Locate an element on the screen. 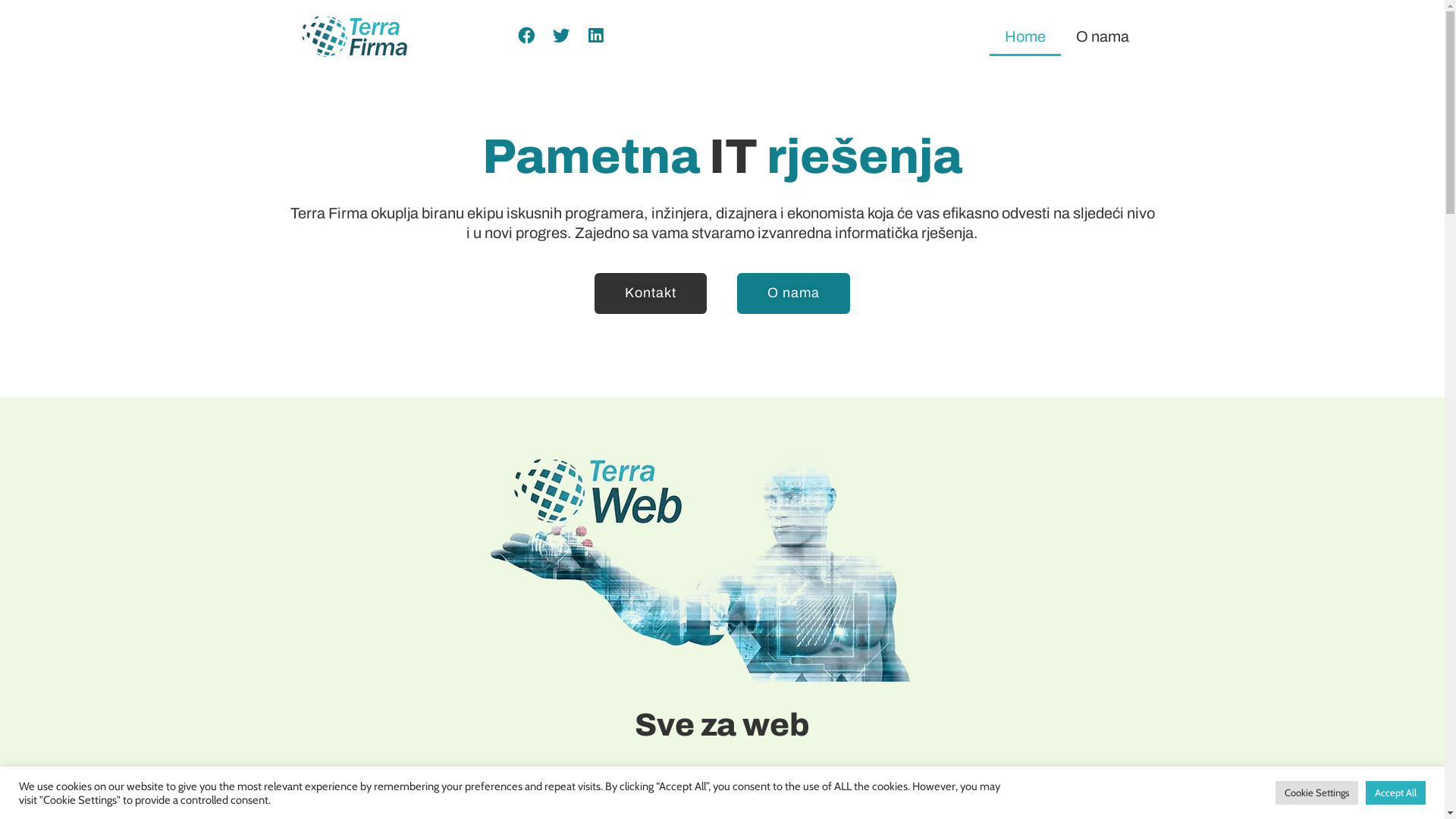 Image resolution: width=1456 pixels, height=819 pixels. 'Home' is located at coordinates (1025, 35).